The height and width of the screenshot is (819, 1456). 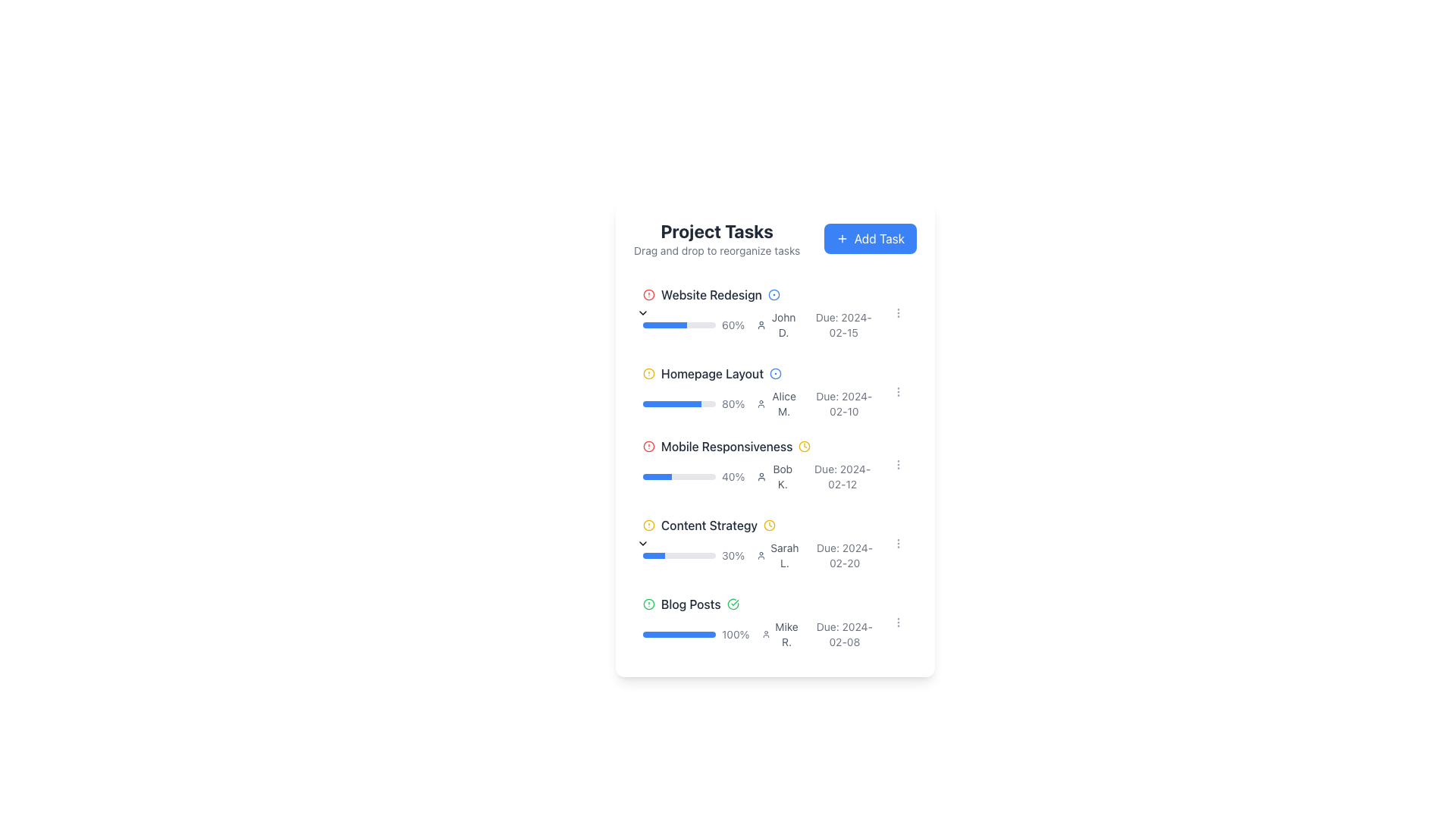 I want to click on the 'Blog Posts' task list item in the project management interface, which displays the task's completion percentage, responsible person, and due date, so click(x=760, y=623).